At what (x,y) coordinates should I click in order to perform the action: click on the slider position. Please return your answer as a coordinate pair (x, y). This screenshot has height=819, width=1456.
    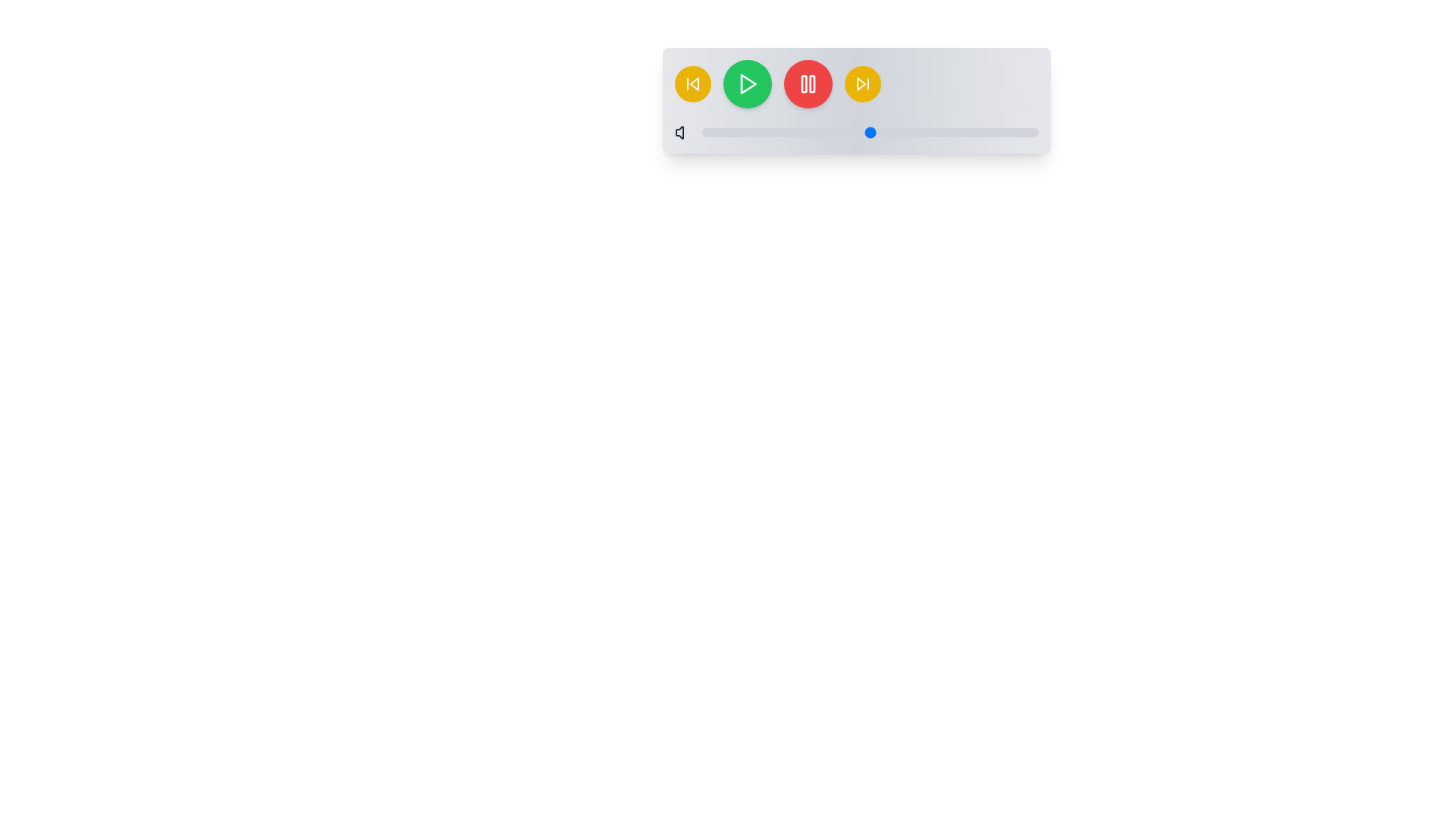
    Looking at the image, I should click on (752, 131).